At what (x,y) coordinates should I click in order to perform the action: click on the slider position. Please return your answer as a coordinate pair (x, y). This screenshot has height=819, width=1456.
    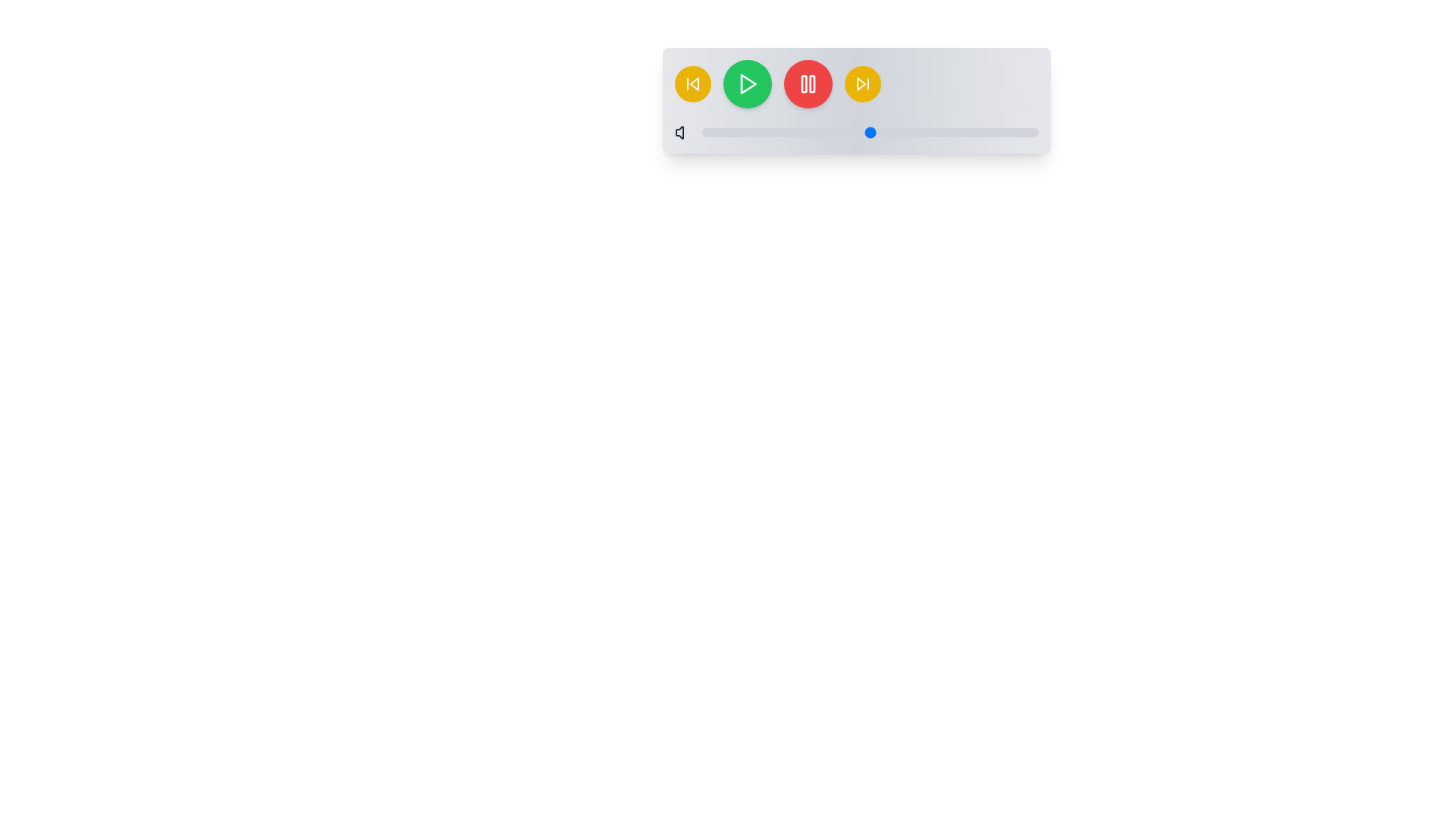
    Looking at the image, I should click on (752, 131).